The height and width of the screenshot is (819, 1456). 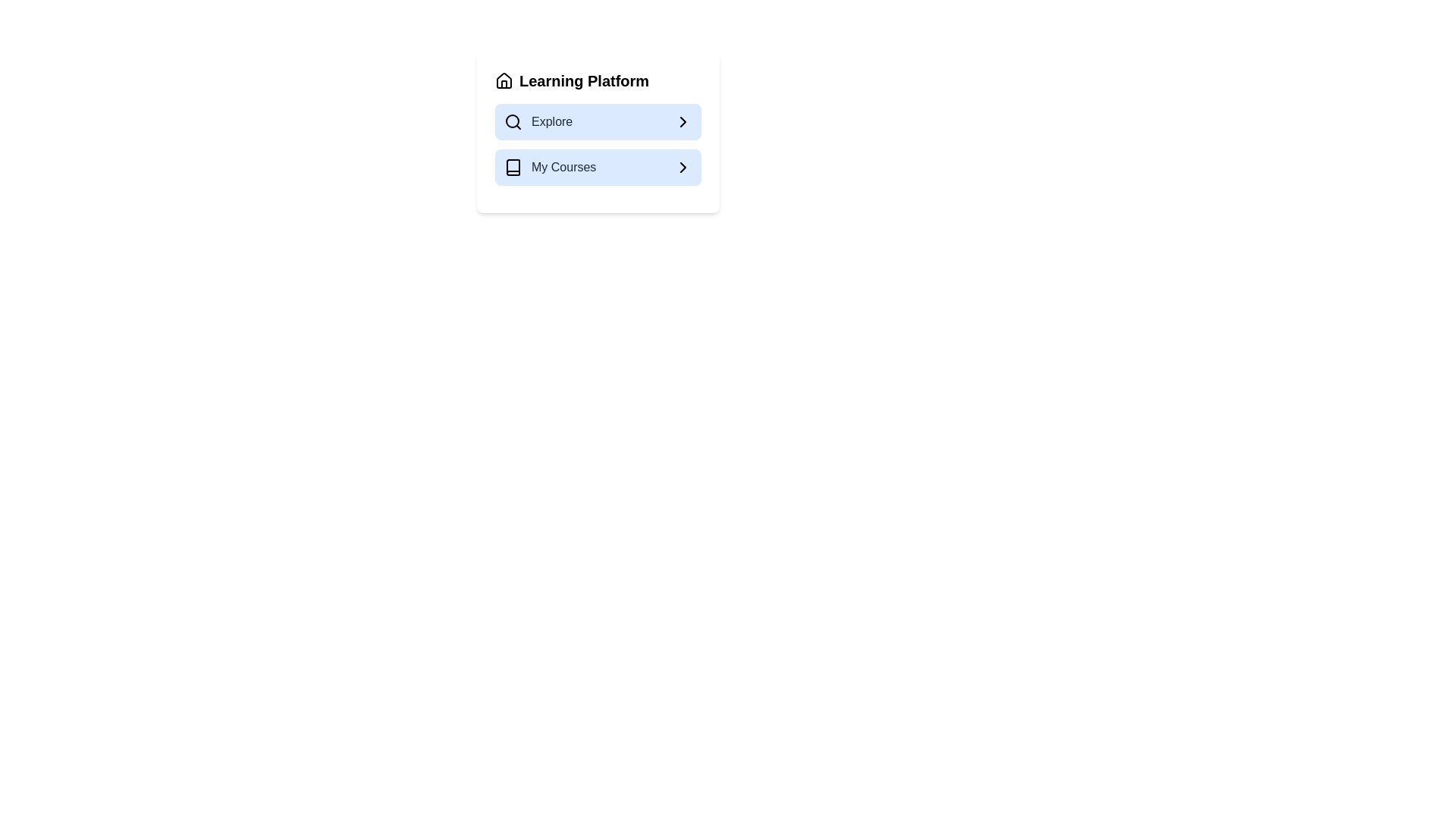 What do you see at coordinates (513, 121) in the screenshot?
I see `the magnifying glass icon located to the left of the 'Explore' text` at bounding box center [513, 121].